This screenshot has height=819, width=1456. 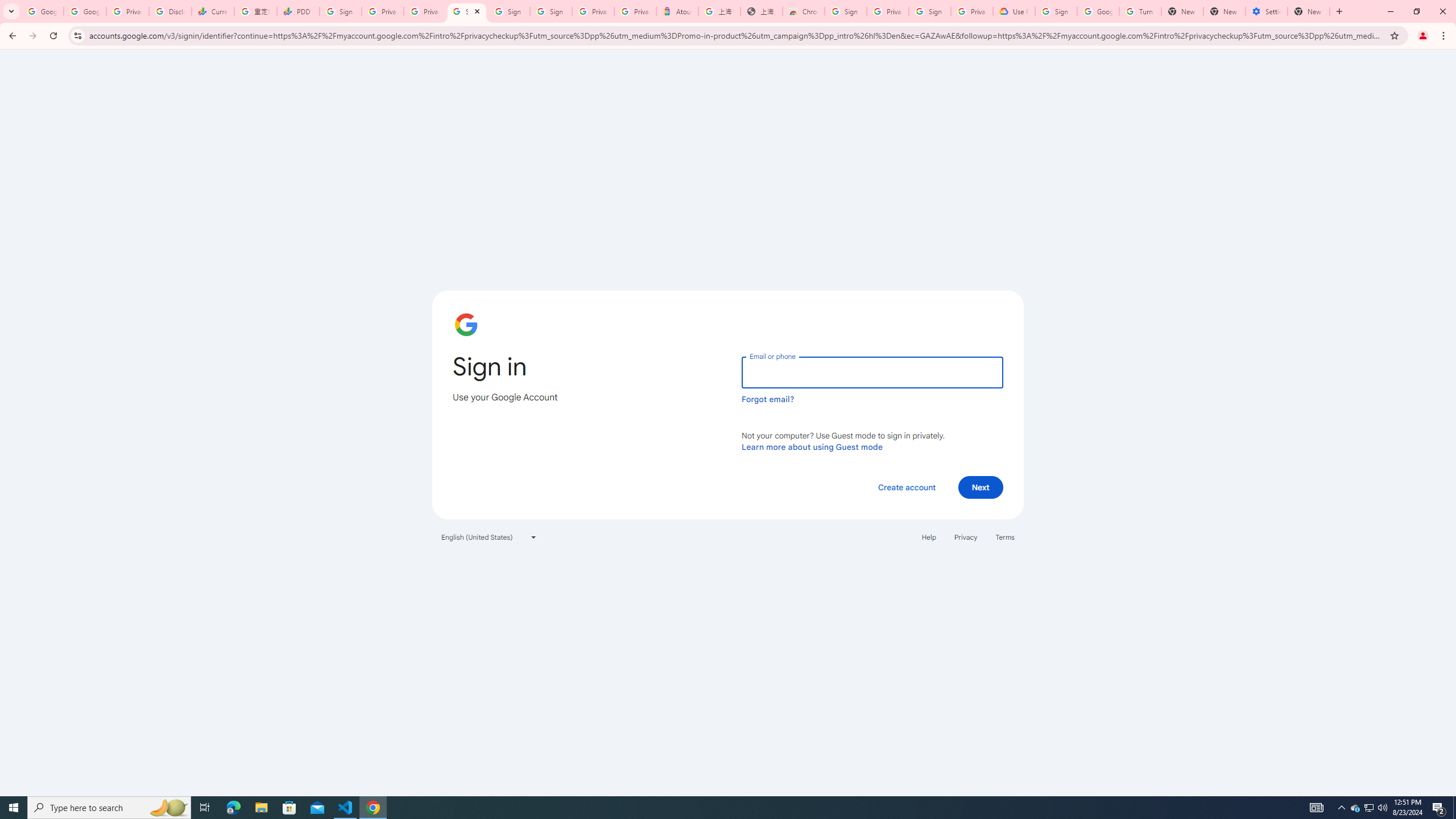 I want to click on 'Currencies - Google Finance', so click(x=212, y=11).